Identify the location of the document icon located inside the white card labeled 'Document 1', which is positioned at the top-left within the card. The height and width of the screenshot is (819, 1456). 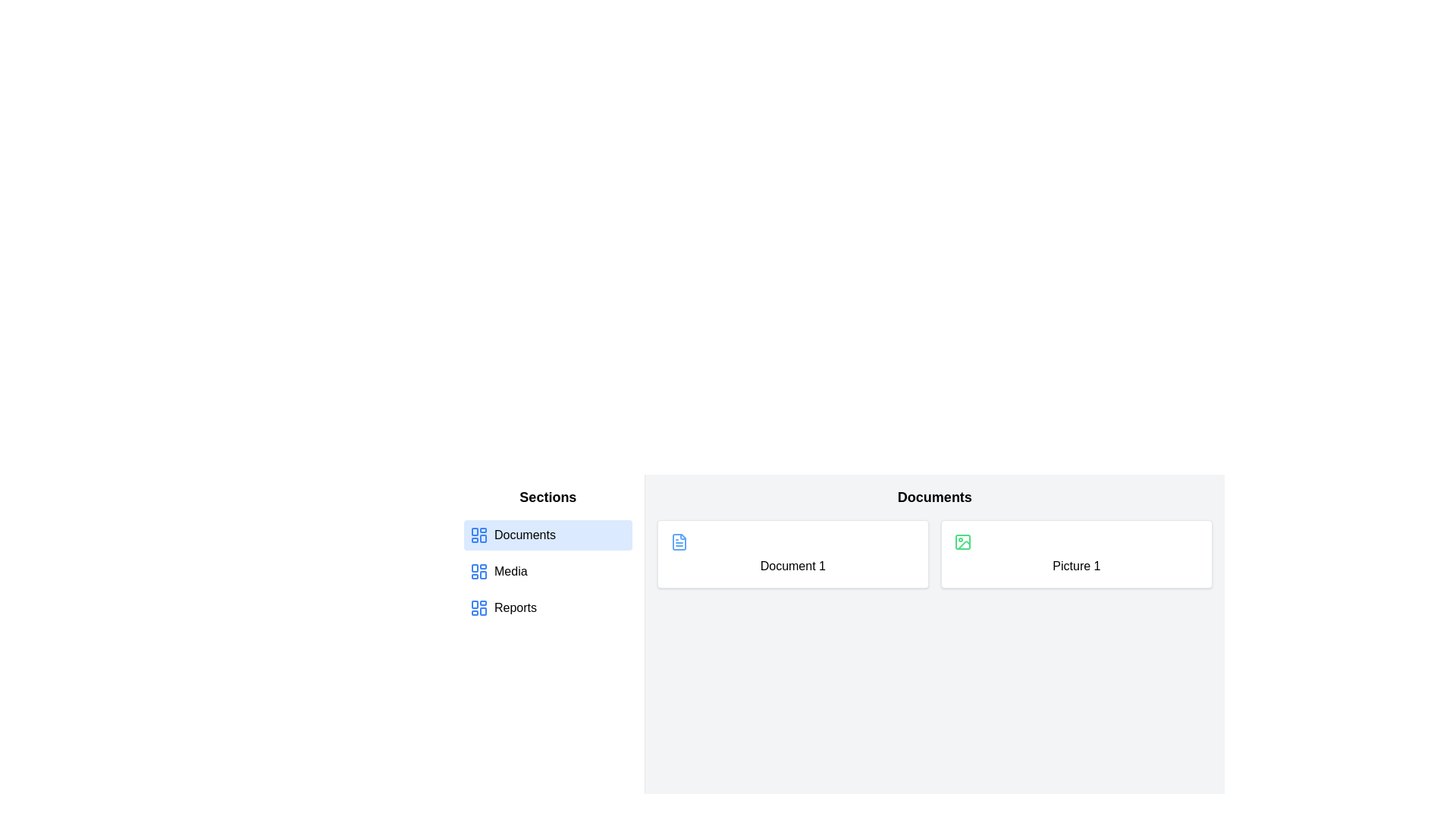
(678, 541).